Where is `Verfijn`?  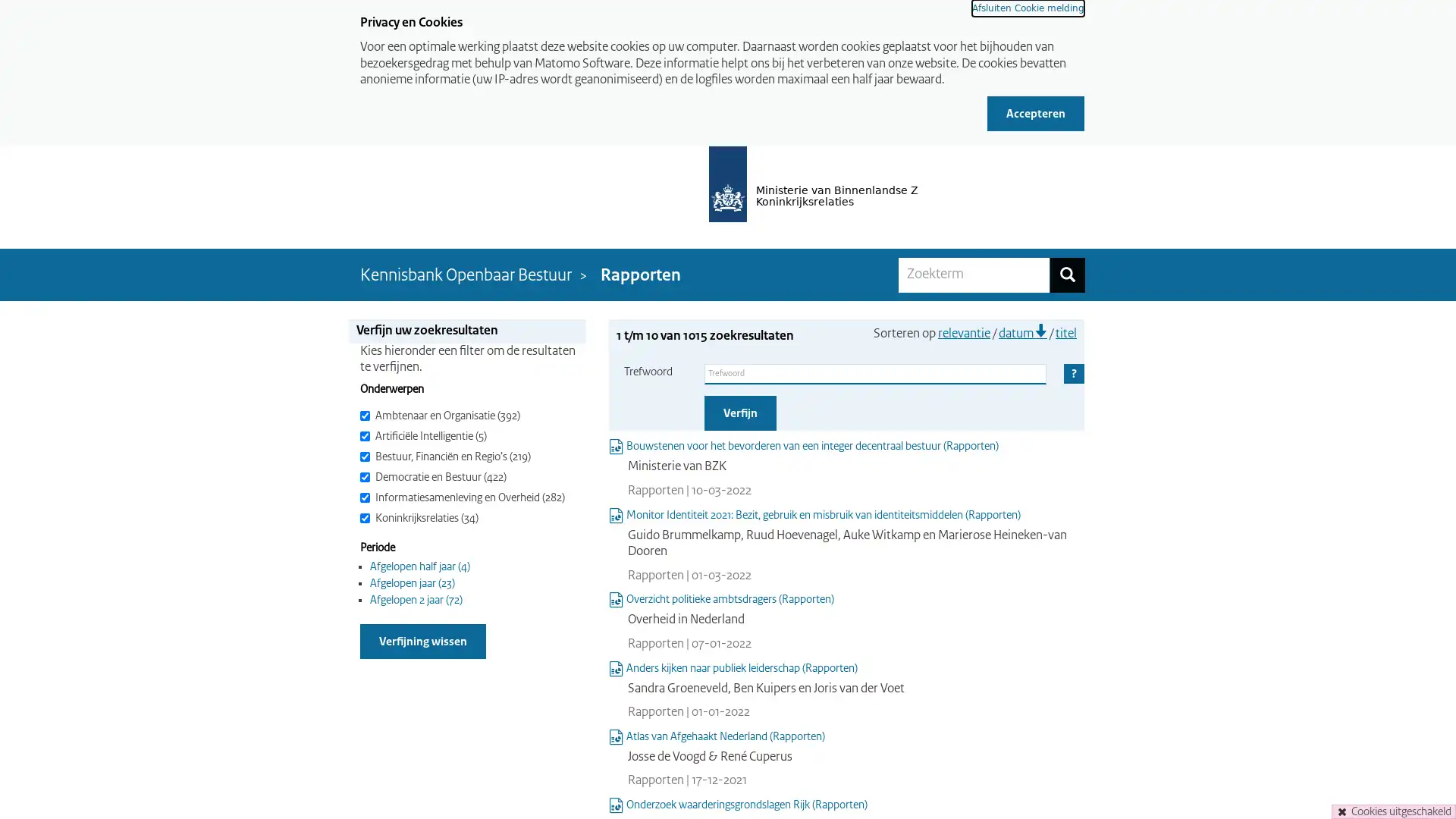 Verfijn is located at coordinates (740, 413).